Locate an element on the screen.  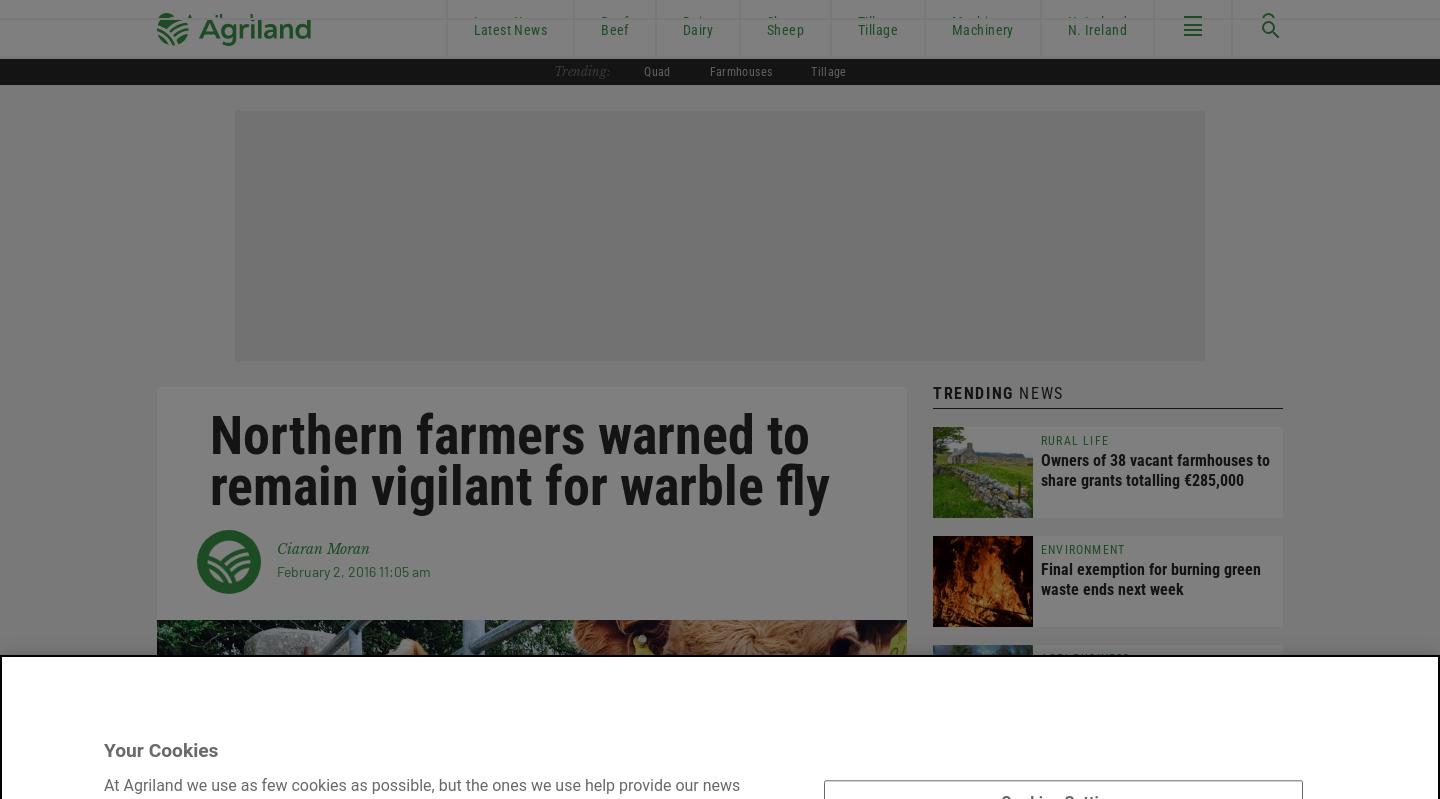
'N. Ireland' is located at coordinates (1095, 29).